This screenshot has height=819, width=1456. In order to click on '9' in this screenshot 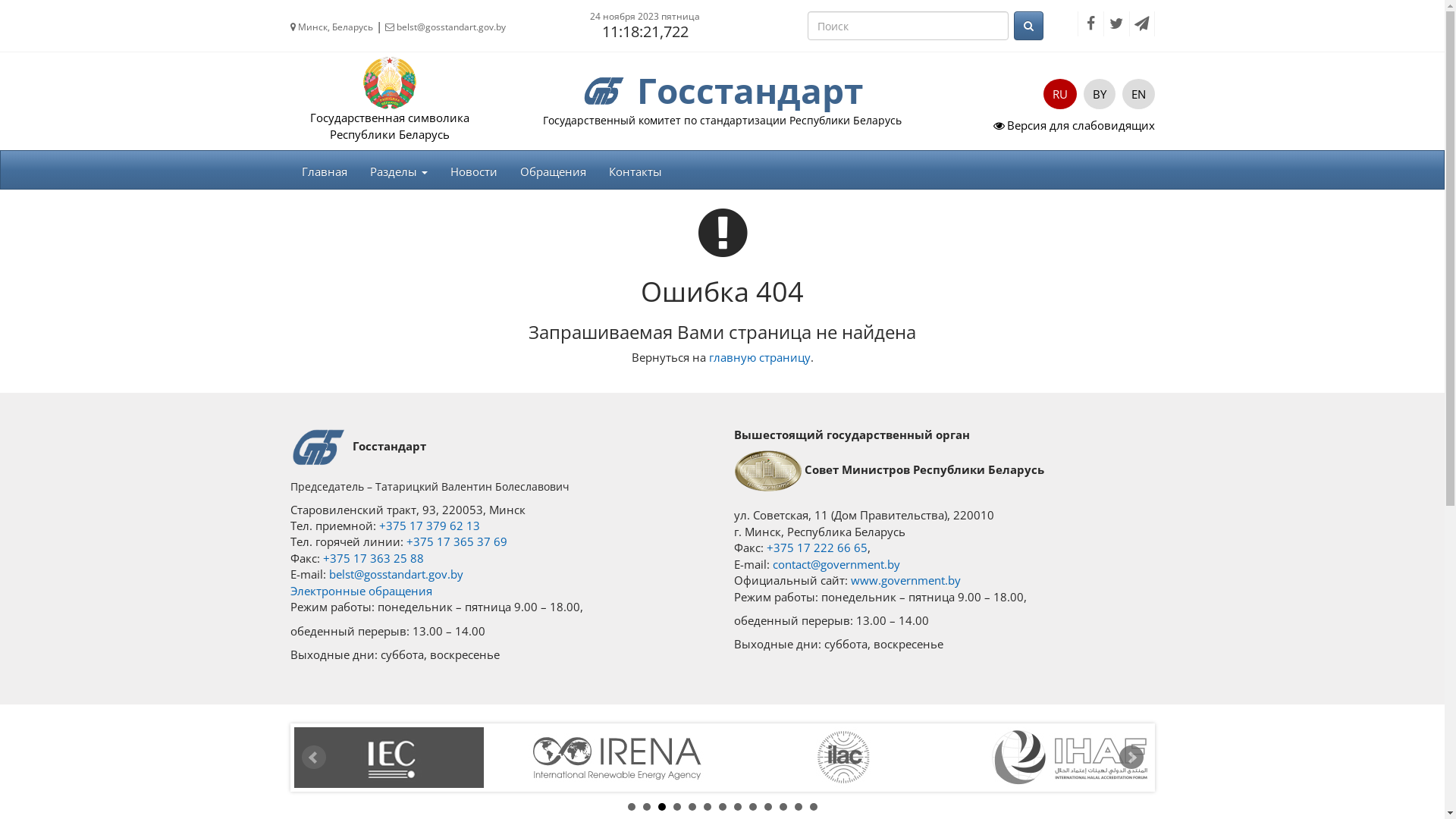, I will do `click(753, 806)`.